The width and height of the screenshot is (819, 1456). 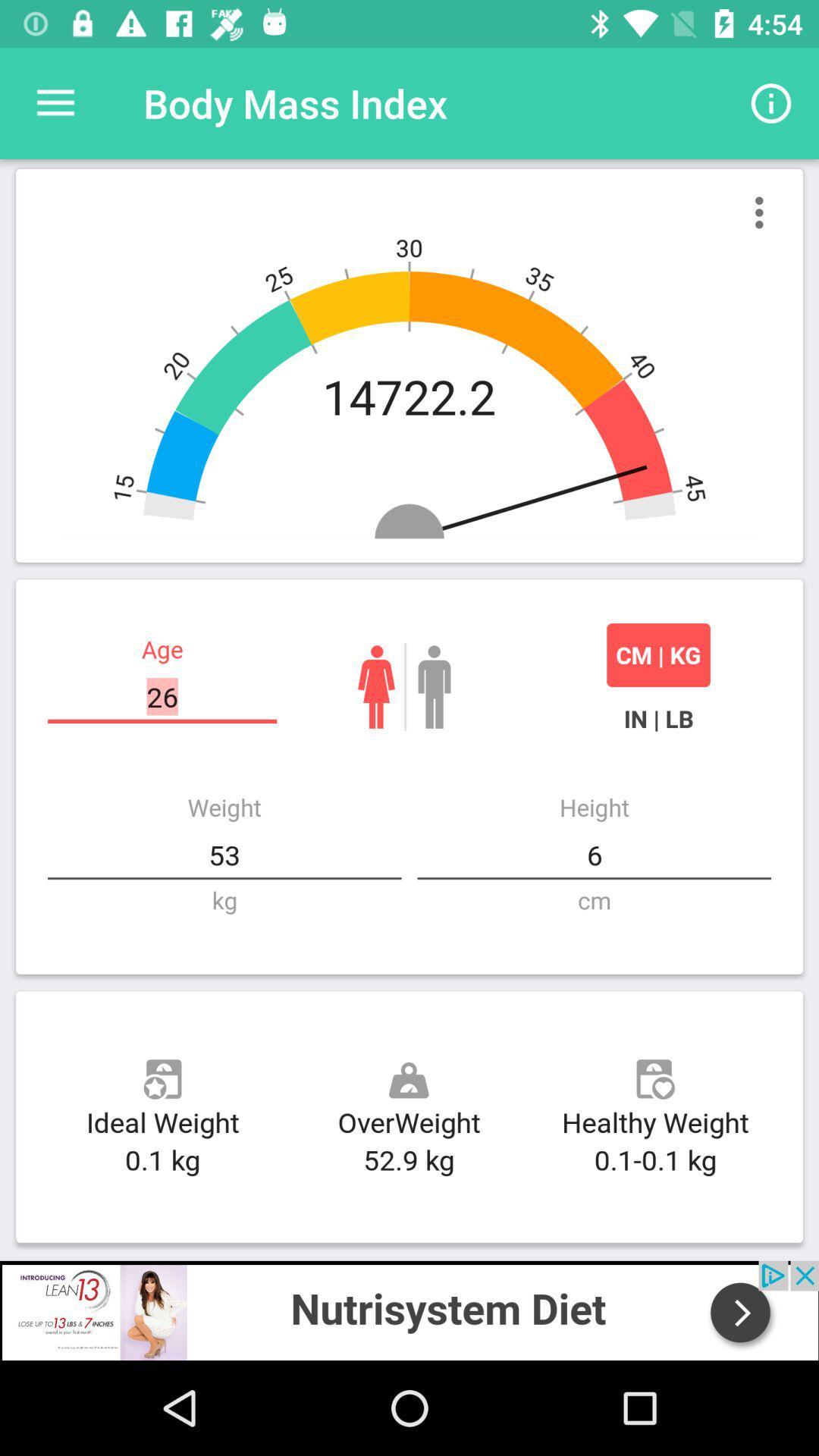 I want to click on the image below body mass index, so click(x=409, y=366).